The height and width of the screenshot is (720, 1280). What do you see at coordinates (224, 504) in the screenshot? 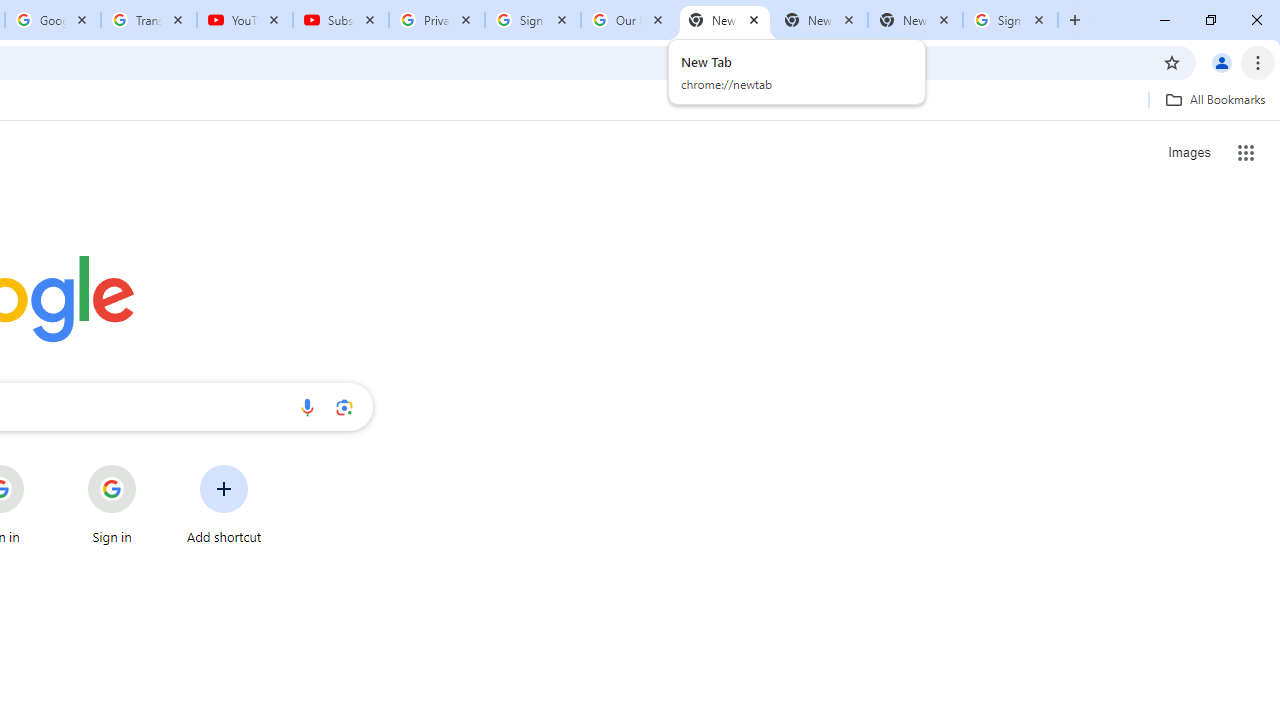
I see `'Add shortcut'` at bounding box center [224, 504].